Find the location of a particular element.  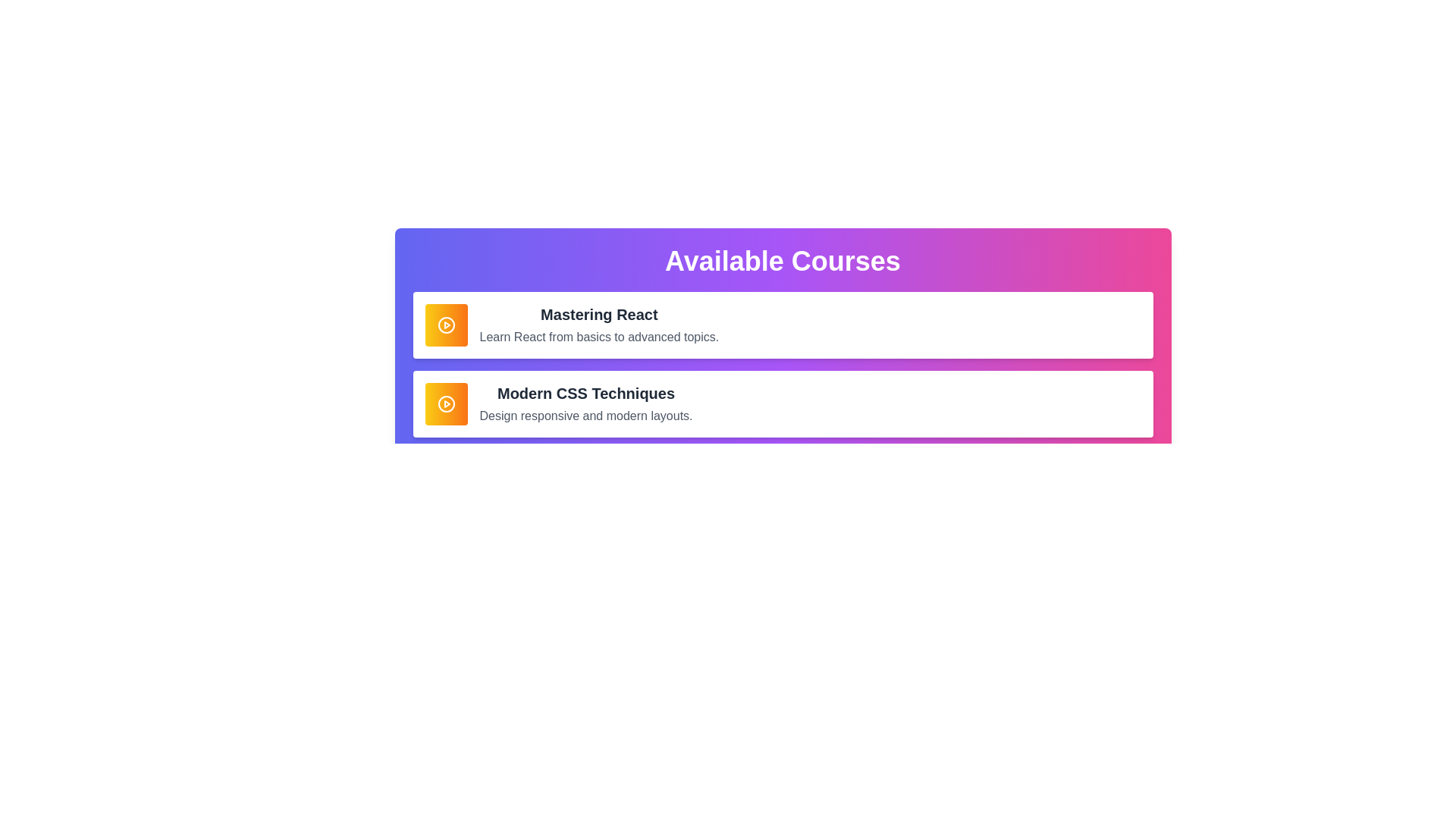

the textual content block that serves as the title and description of the course 'Mastering React', providing key information about the course content is located at coordinates (598, 324).